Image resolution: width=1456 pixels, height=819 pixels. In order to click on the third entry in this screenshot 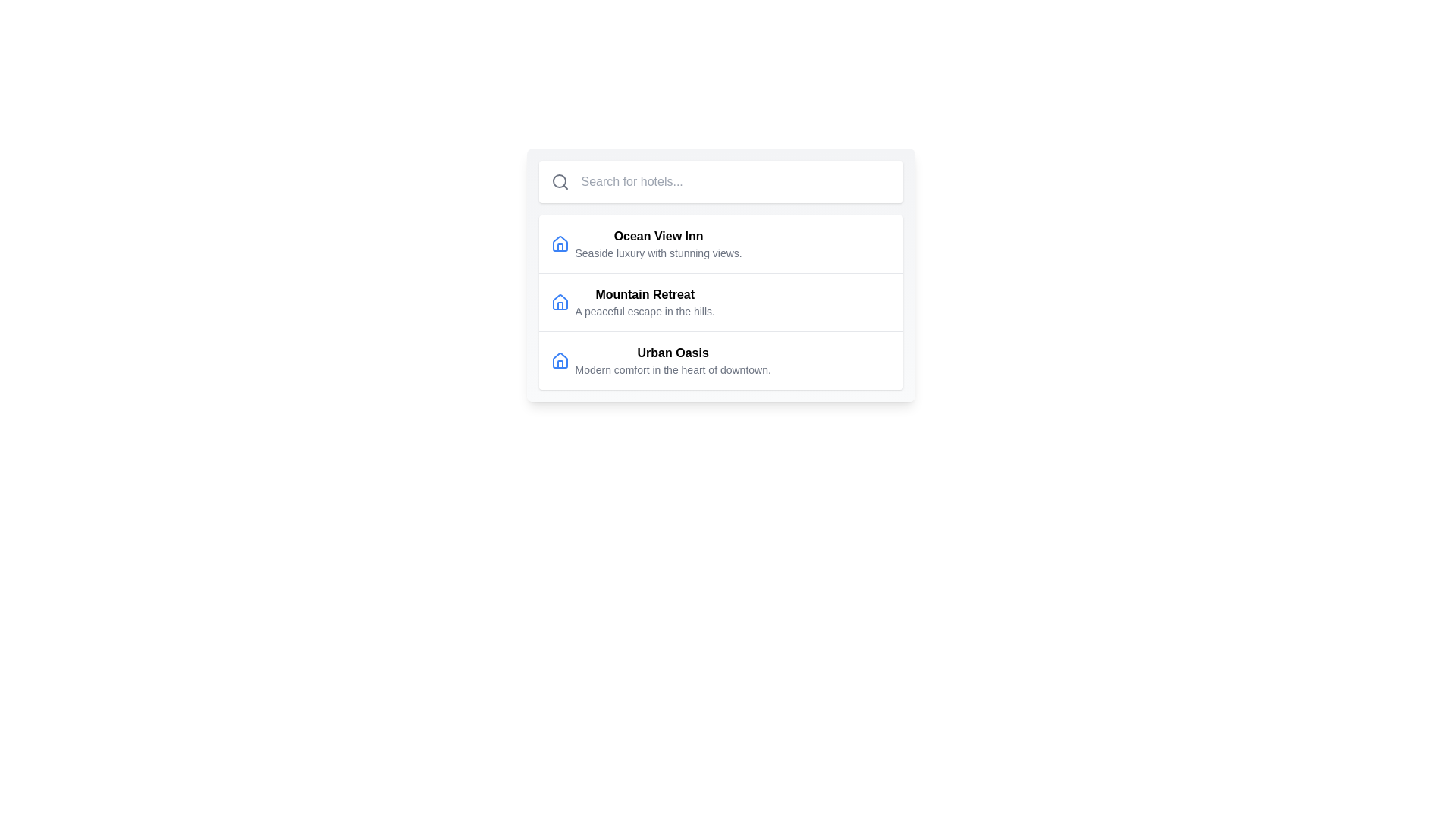, I will do `click(720, 360)`.